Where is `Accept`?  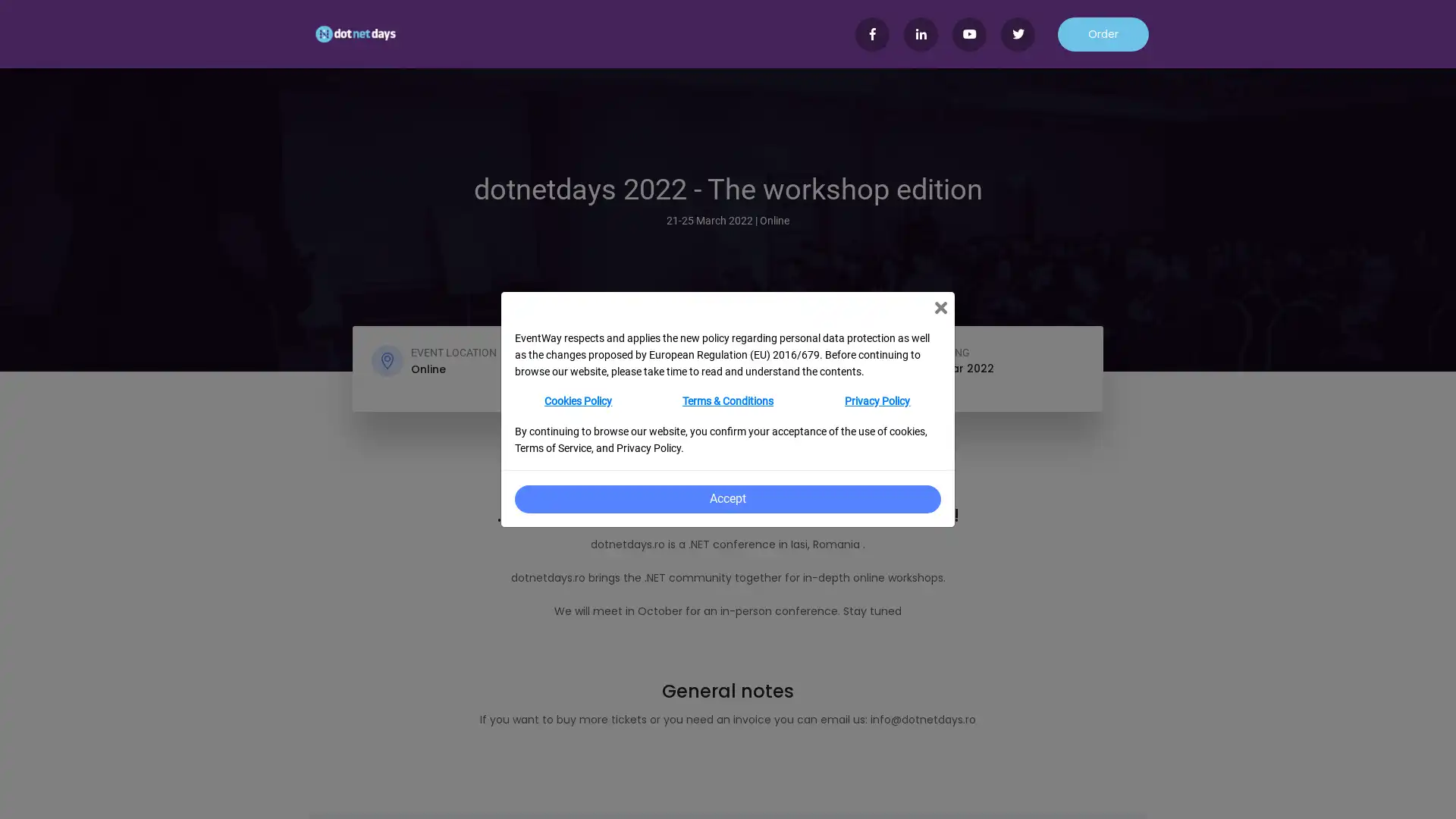 Accept is located at coordinates (726, 499).